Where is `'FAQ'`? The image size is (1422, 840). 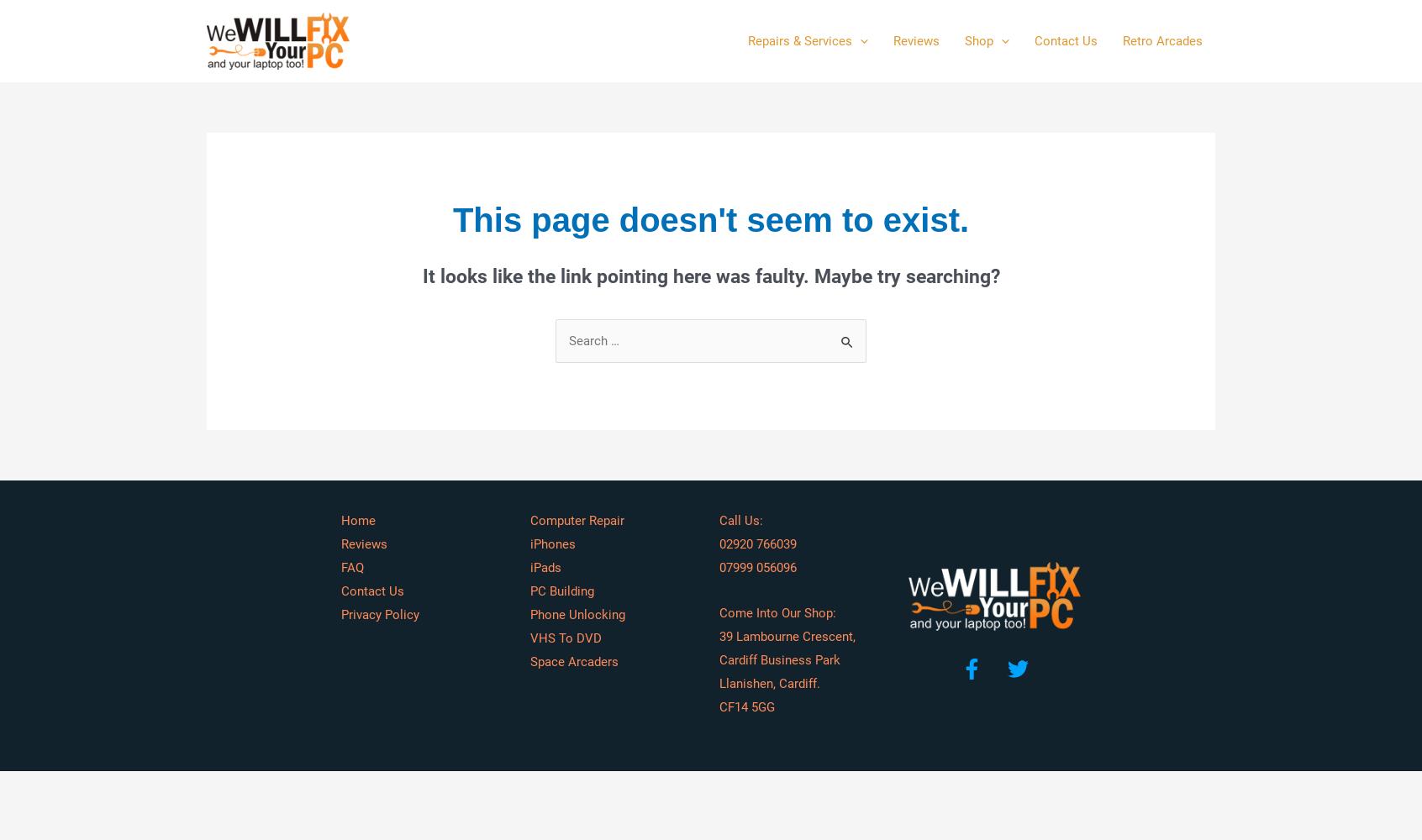 'FAQ' is located at coordinates (341, 568).